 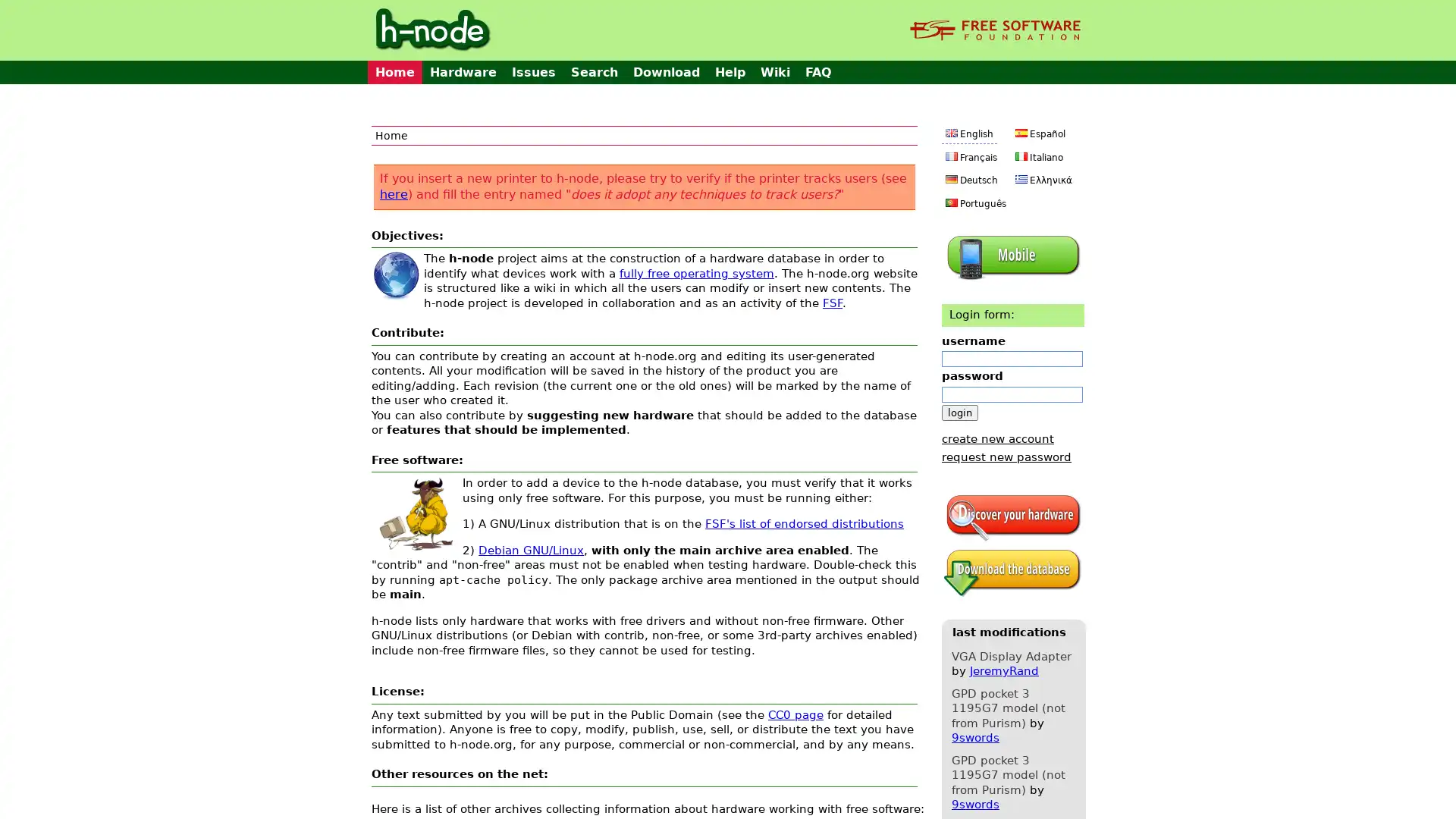 What do you see at coordinates (959, 412) in the screenshot?
I see `login` at bounding box center [959, 412].